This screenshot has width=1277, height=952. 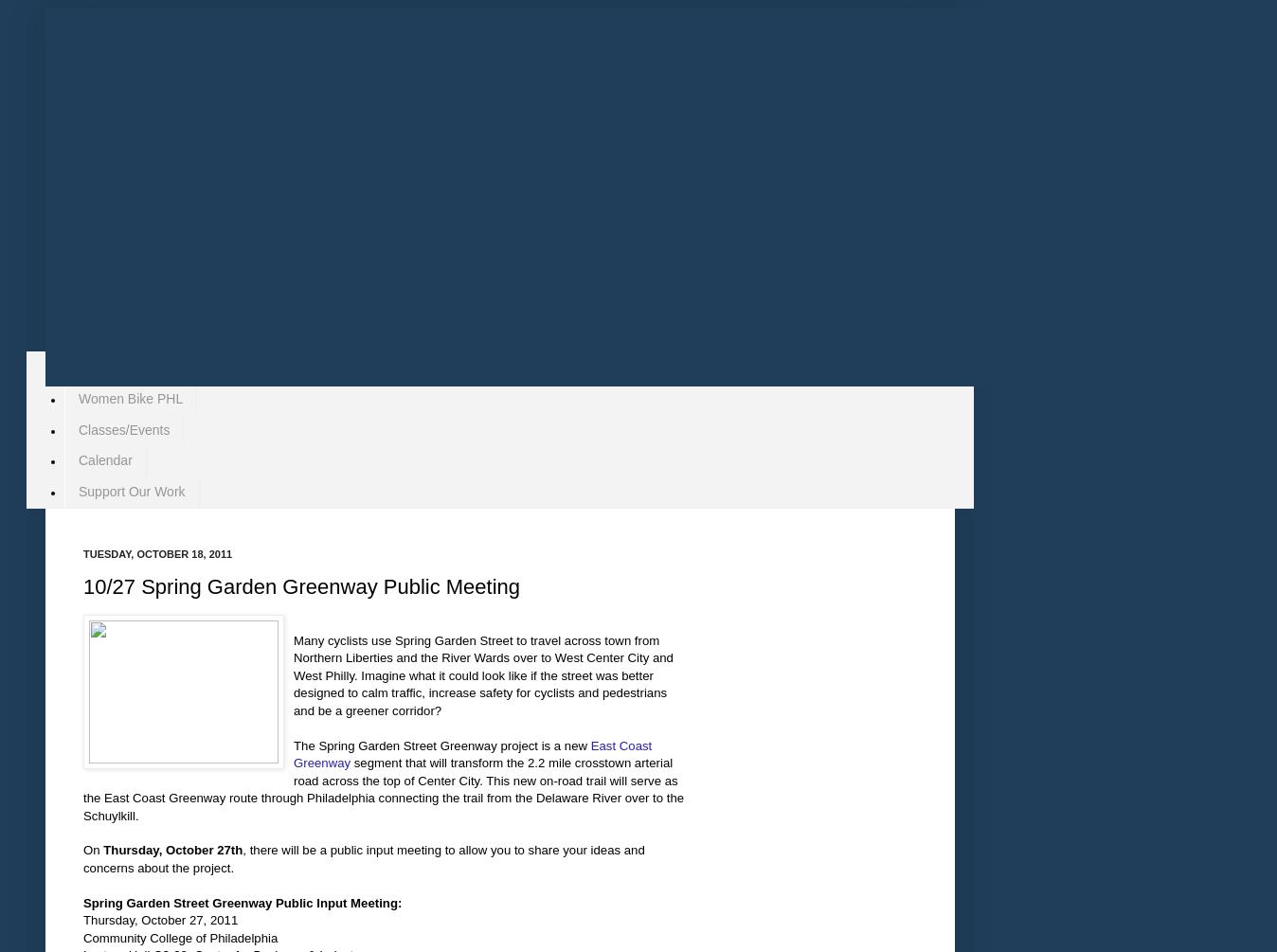 I want to click on 'Support Our Work', so click(x=78, y=490).